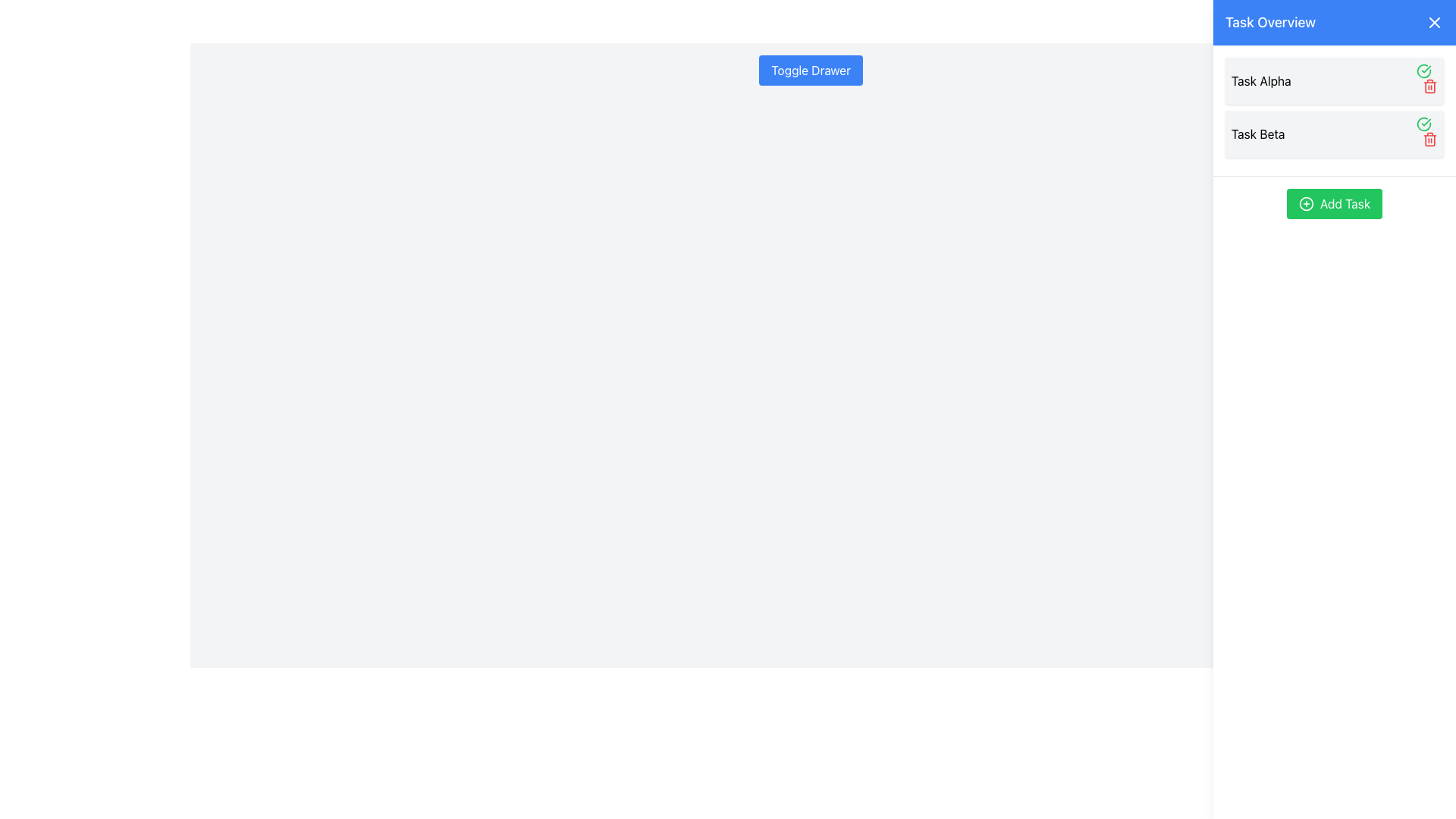  Describe the element at coordinates (1261, 81) in the screenshot. I see `the text label displaying 'Task Alpha' in black, which is the first item in the vertically arranged list under the 'Task Overview' header` at that location.